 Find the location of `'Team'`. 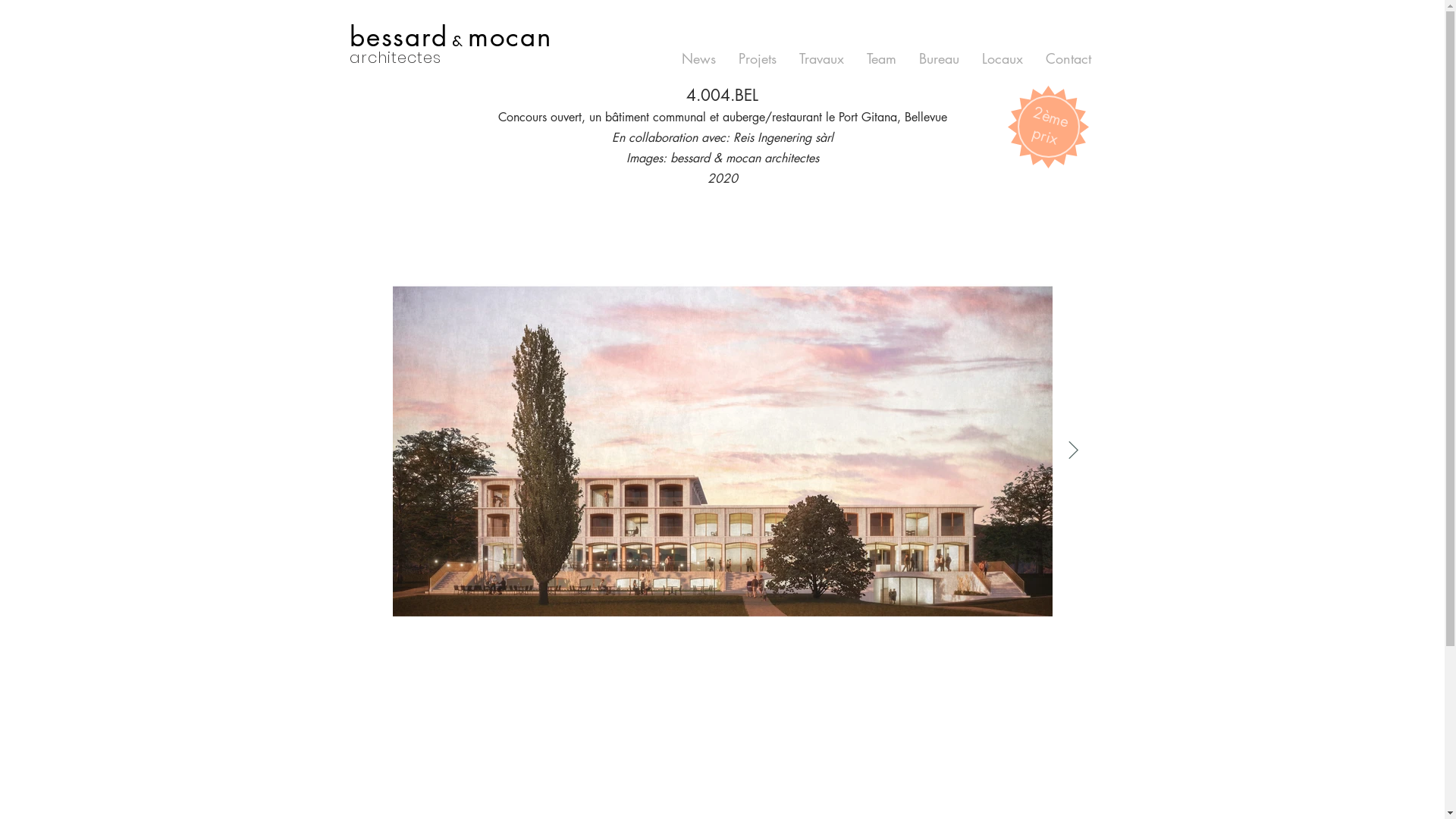

'Team' is located at coordinates (881, 58).